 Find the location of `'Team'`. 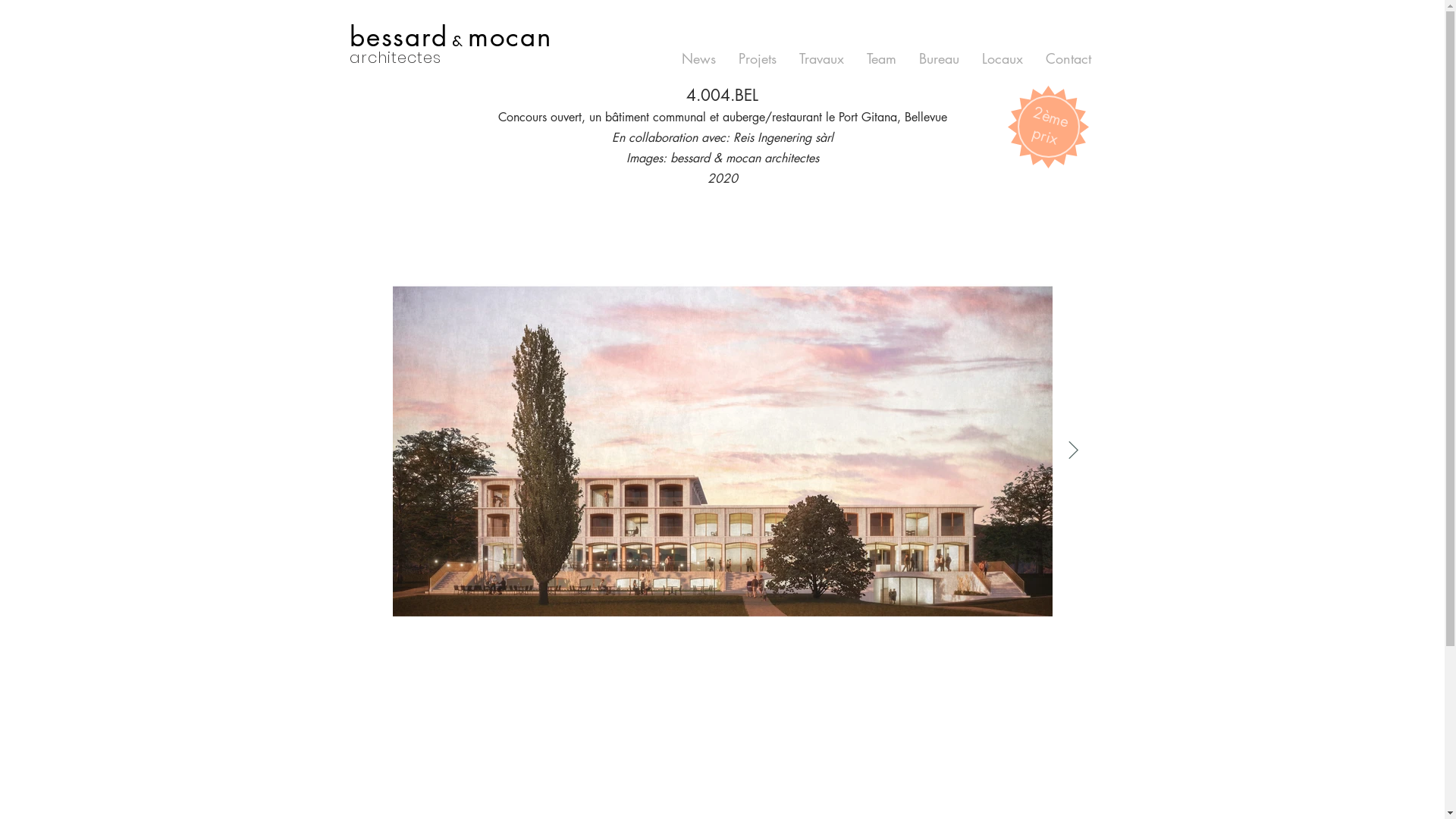

'Team' is located at coordinates (881, 58).